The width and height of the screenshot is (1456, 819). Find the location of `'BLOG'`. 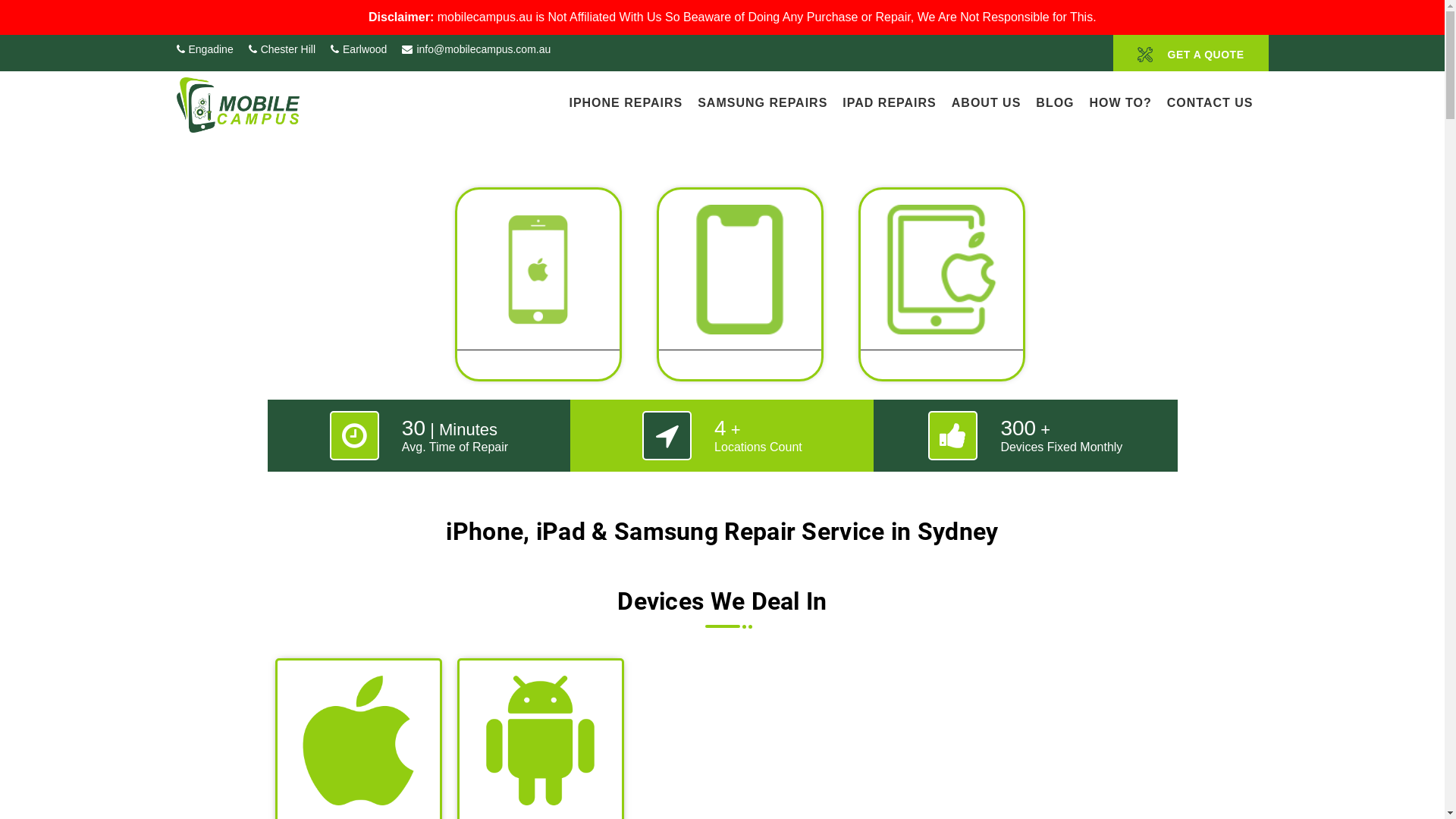

'BLOG' is located at coordinates (1054, 101).